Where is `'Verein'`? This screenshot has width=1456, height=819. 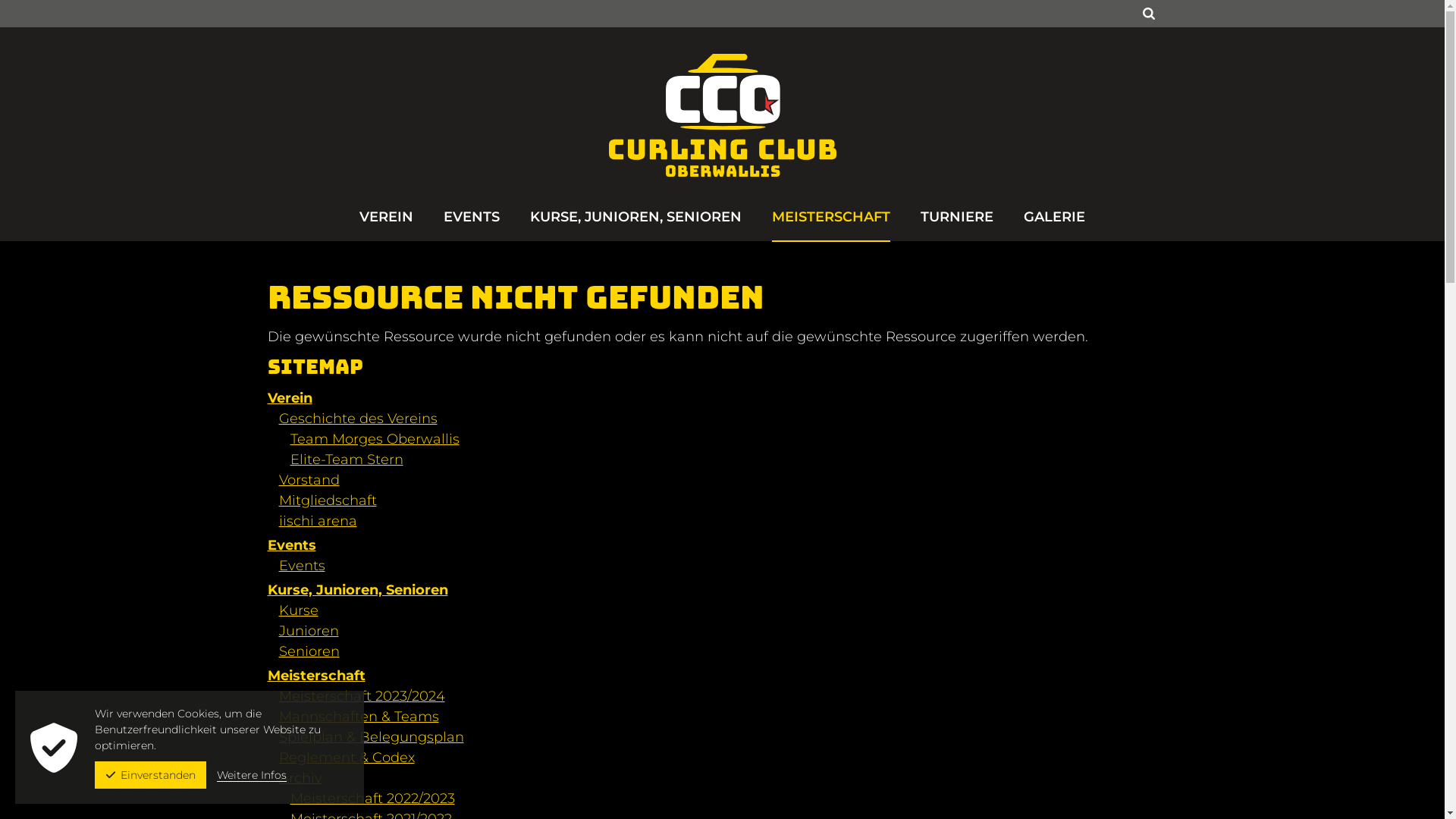 'Verein' is located at coordinates (289, 397).